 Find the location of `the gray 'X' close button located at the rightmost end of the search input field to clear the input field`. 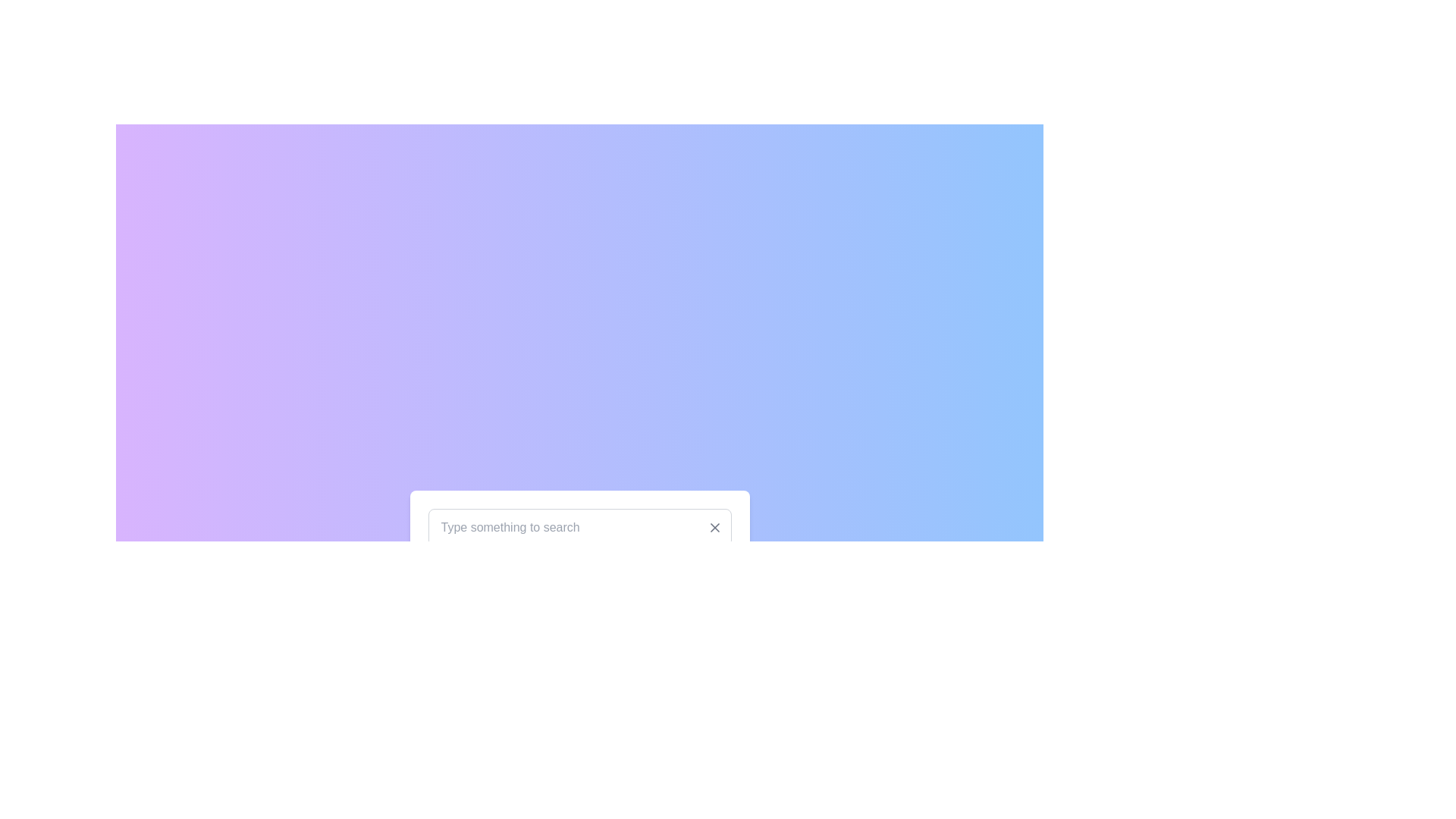

the gray 'X' close button located at the rightmost end of the search input field to clear the input field is located at coordinates (714, 526).